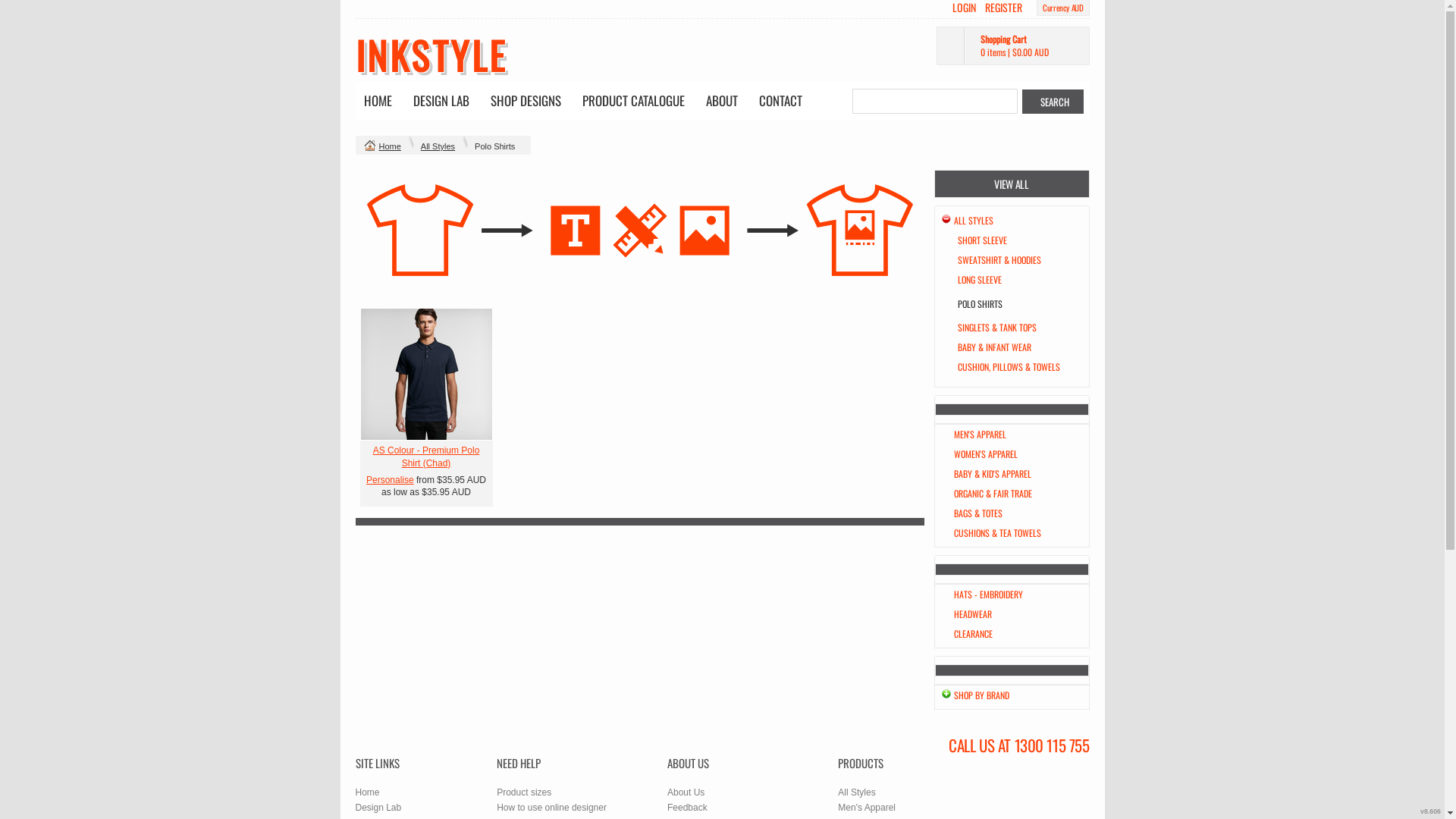 This screenshot has height=819, width=1456. What do you see at coordinates (425, 374) in the screenshot?
I see `' '` at bounding box center [425, 374].